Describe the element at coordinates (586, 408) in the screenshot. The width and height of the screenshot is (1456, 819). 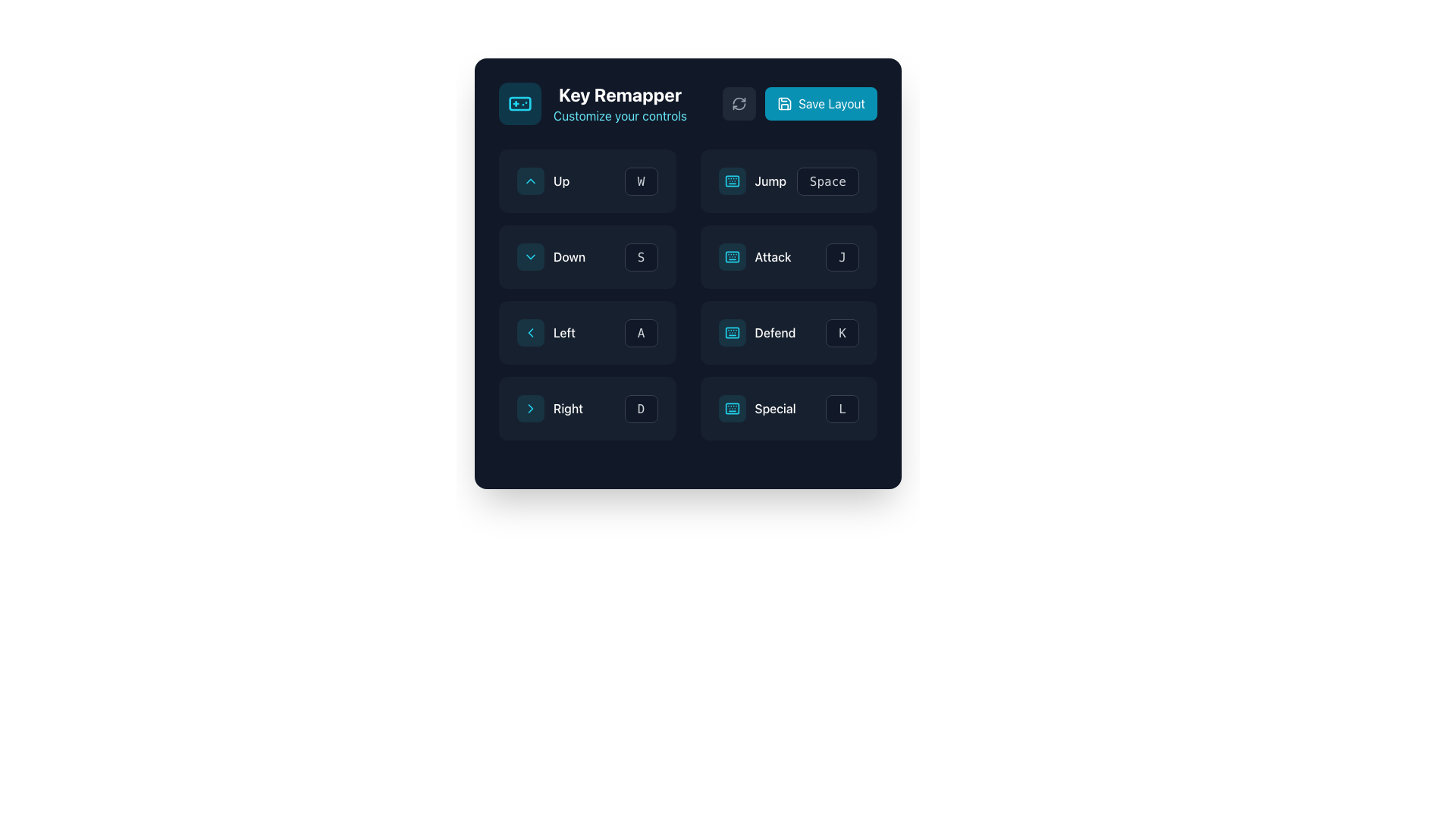
I see `the button` at that location.